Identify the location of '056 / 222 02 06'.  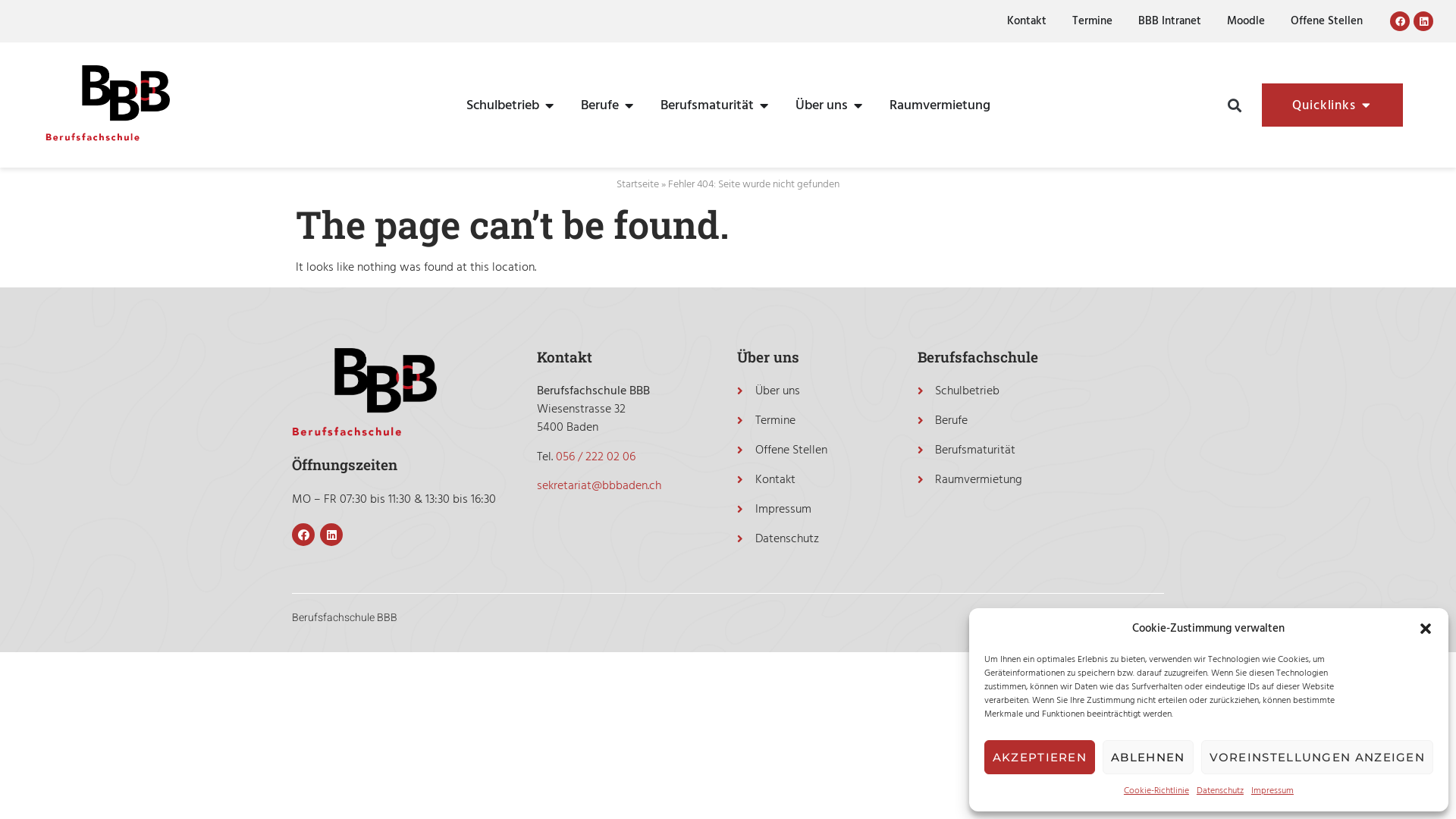
(595, 455).